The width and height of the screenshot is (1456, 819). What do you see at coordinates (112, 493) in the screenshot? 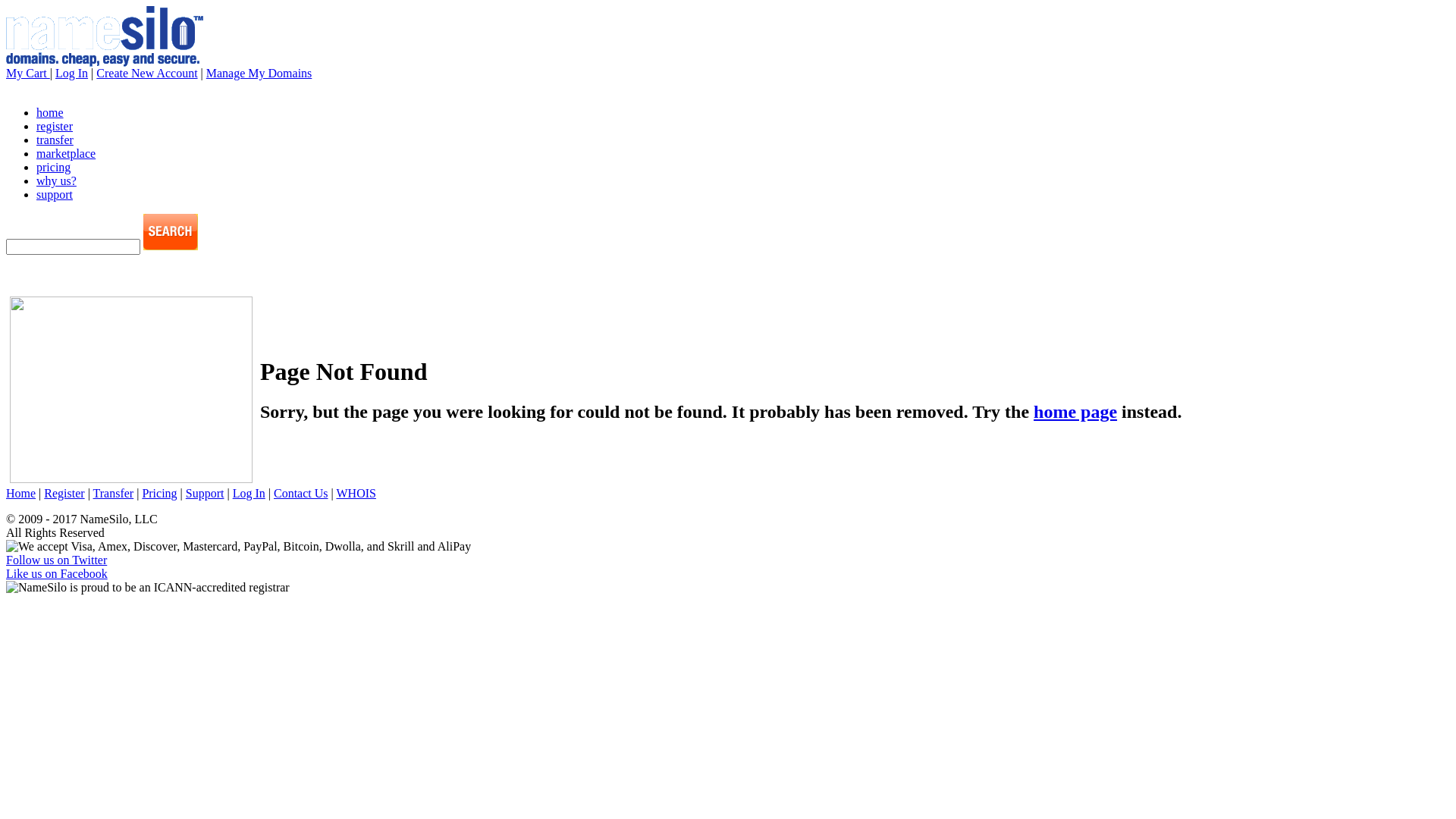
I see `'Transfer'` at bounding box center [112, 493].